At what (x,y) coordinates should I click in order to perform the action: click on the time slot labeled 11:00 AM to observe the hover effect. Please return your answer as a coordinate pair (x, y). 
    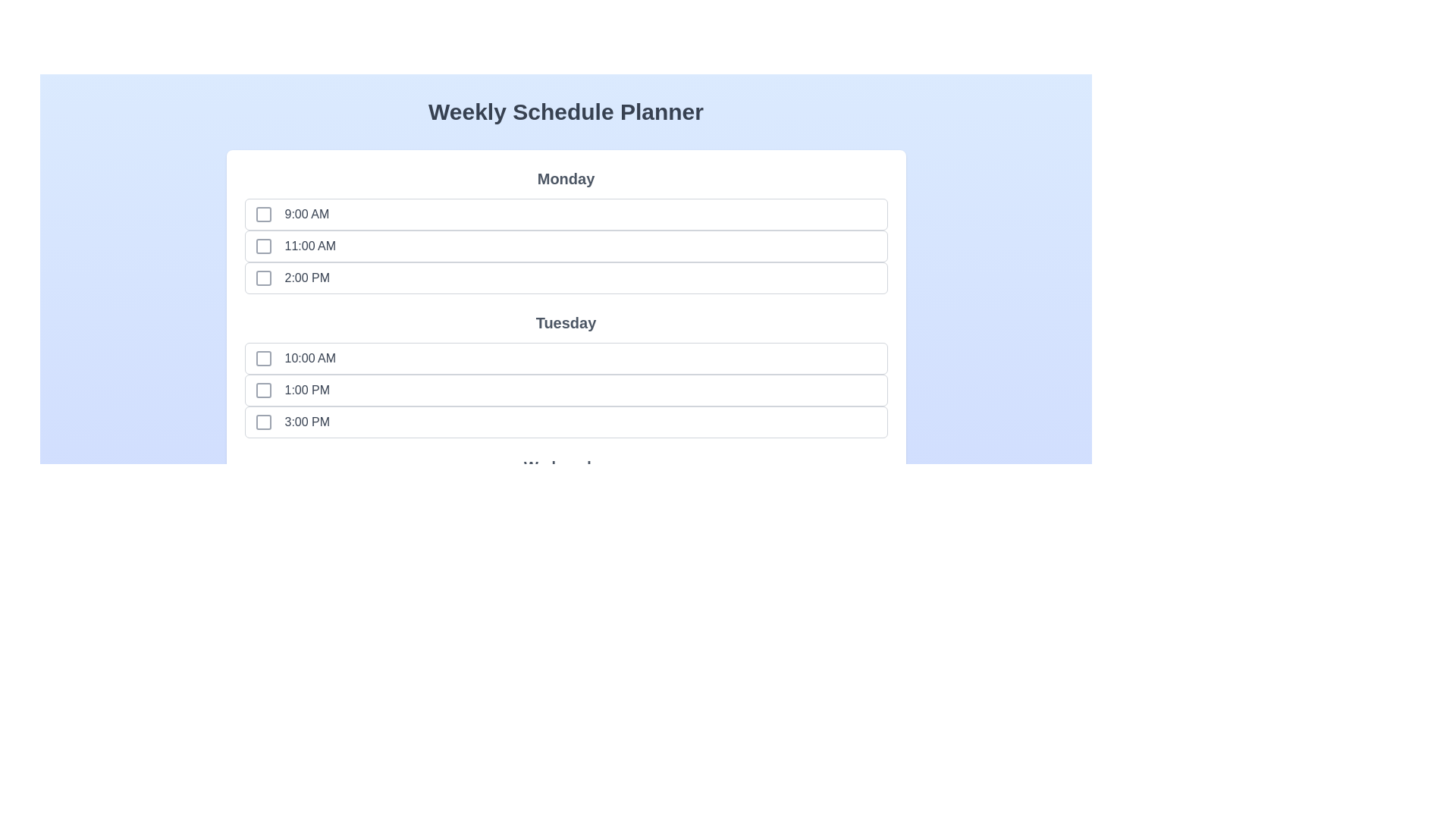
    Looking at the image, I should click on (284, 245).